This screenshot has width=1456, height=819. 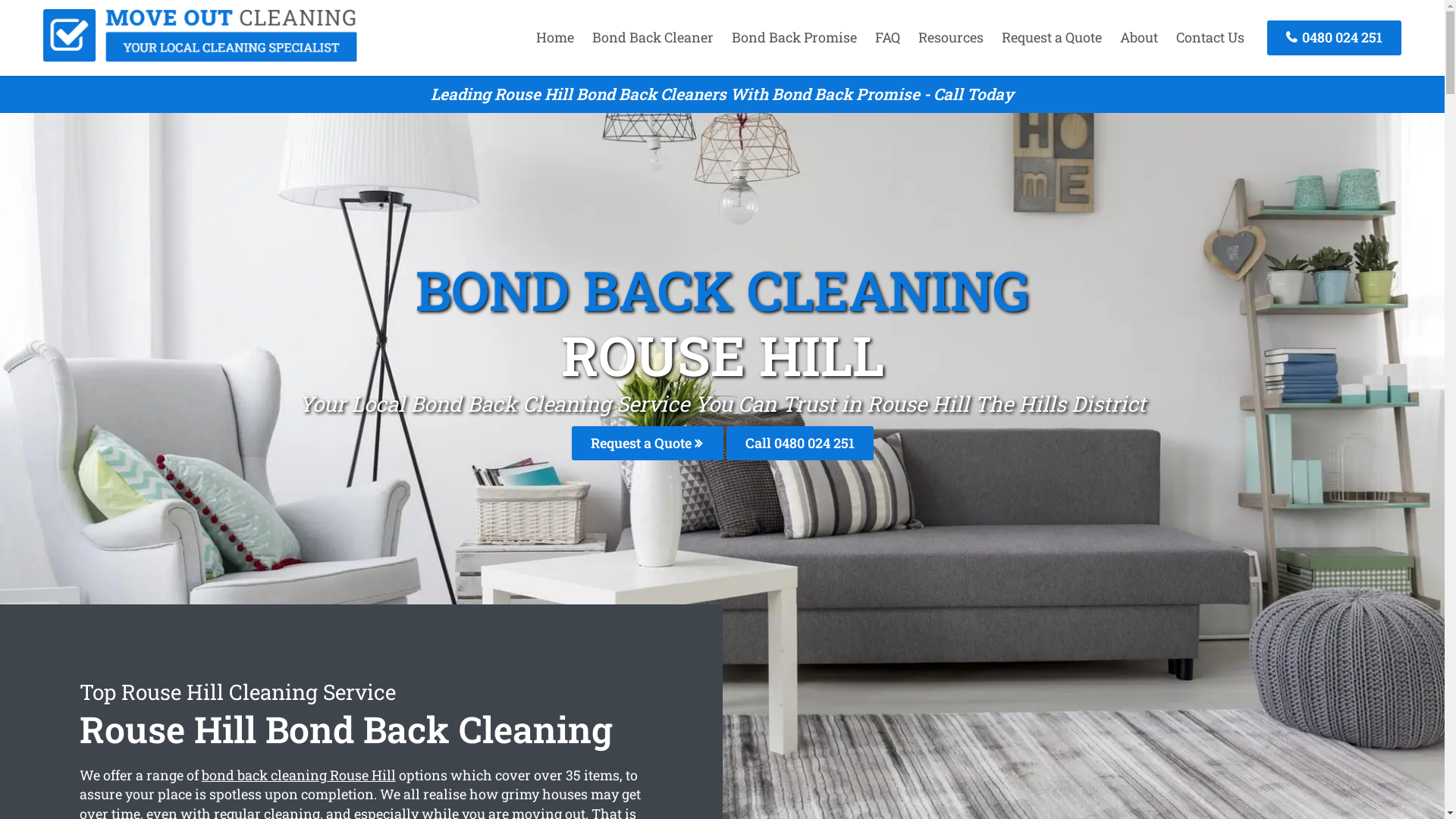 I want to click on '0480 024 251', so click(x=1333, y=36).